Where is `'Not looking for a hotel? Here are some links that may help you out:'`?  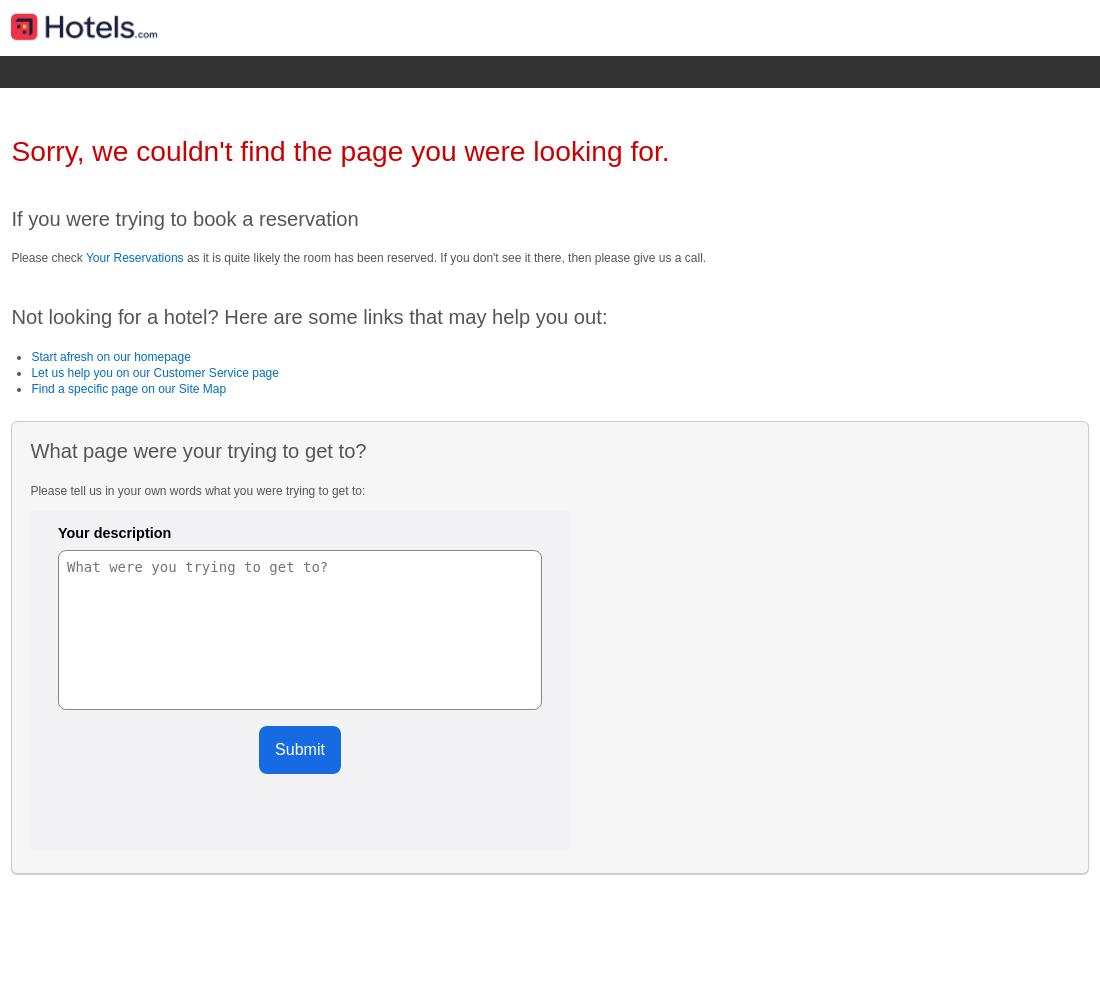
'Not looking for a hotel? Here are some links that may help you out:' is located at coordinates (307, 316).